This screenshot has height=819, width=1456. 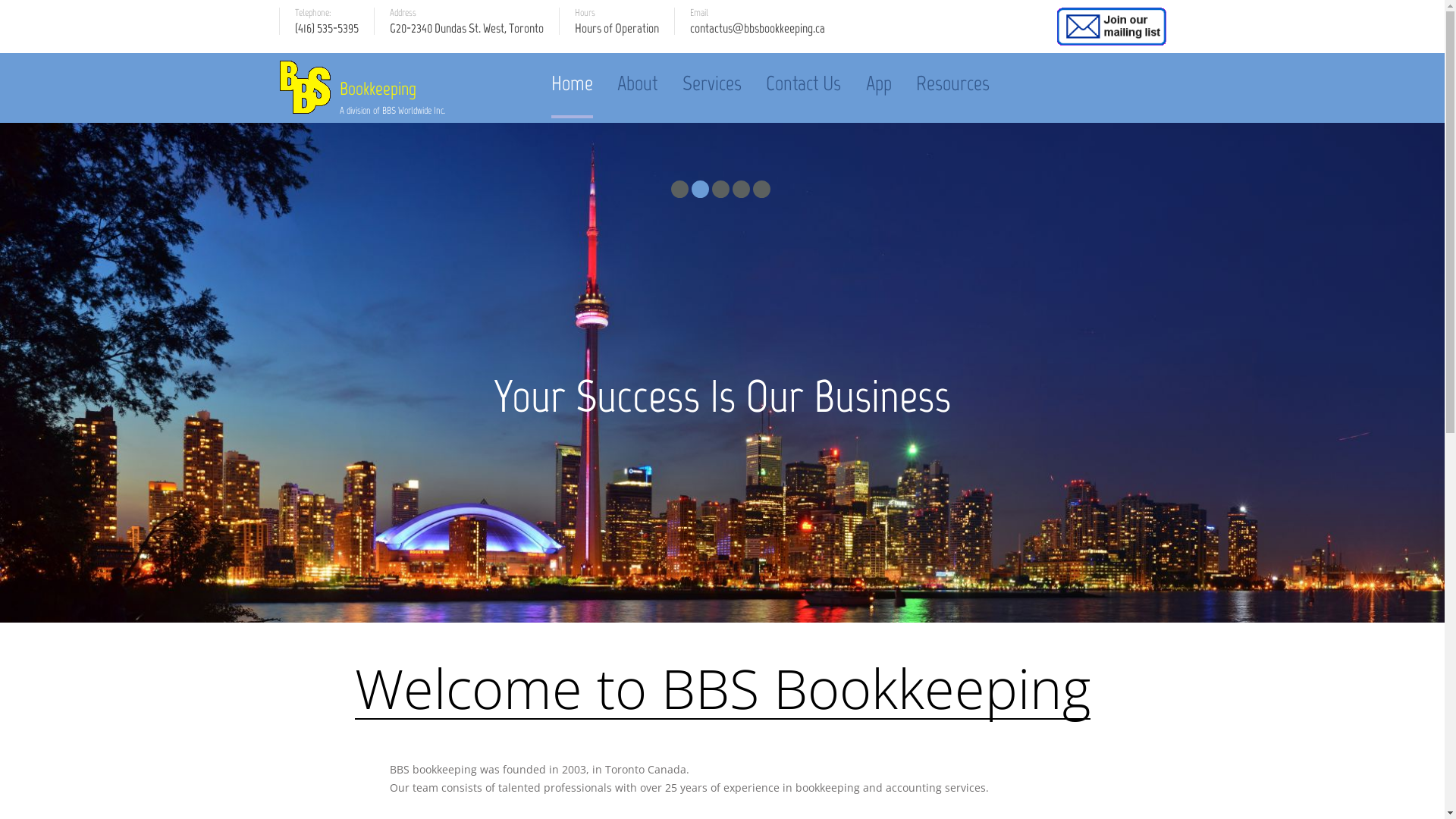 I want to click on 'contactus@bbsbookkeeping.ca', so click(x=757, y=34).